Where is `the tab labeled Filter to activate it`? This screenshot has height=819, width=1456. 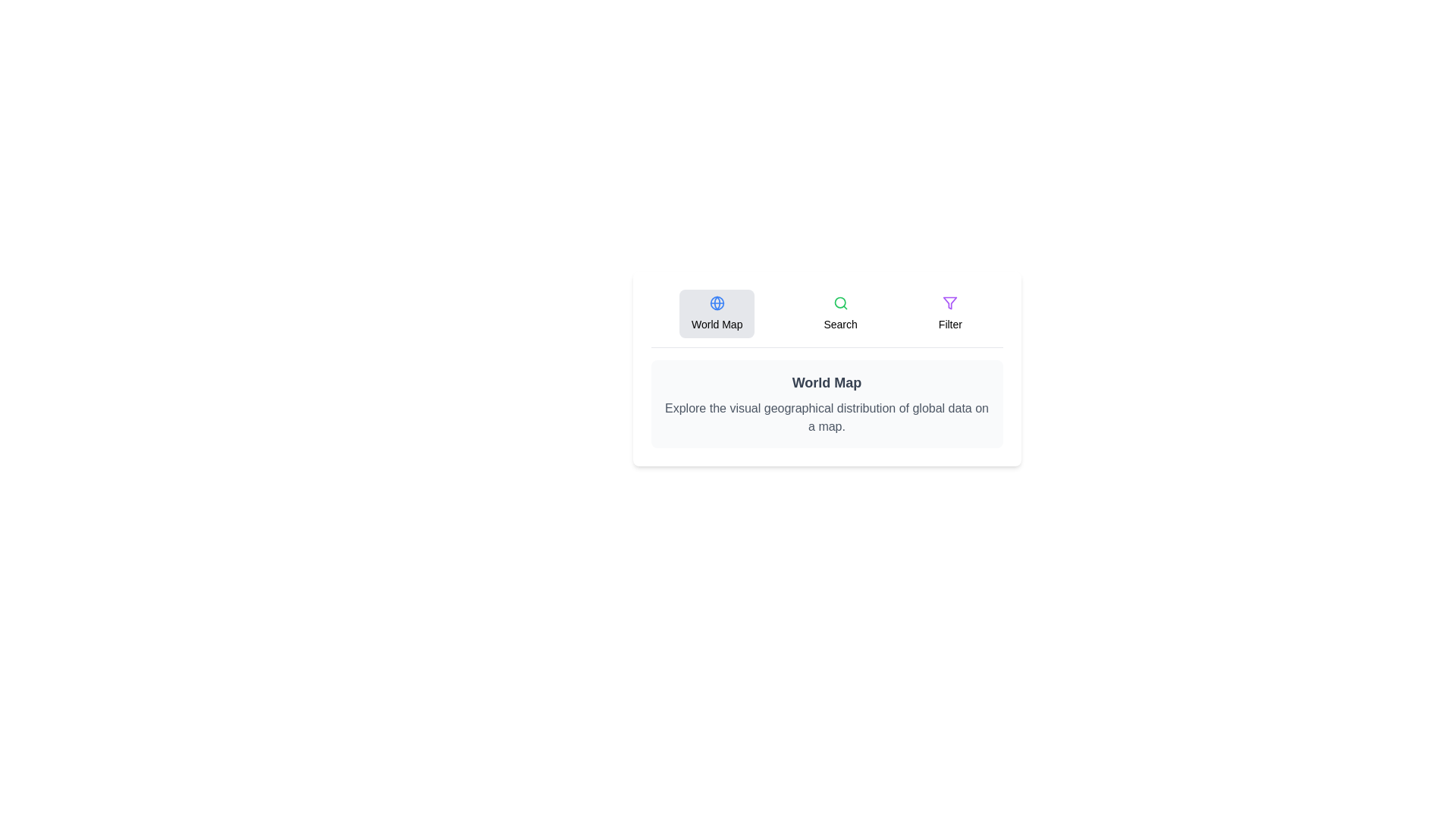
the tab labeled Filter to activate it is located at coordinates (949, 312).